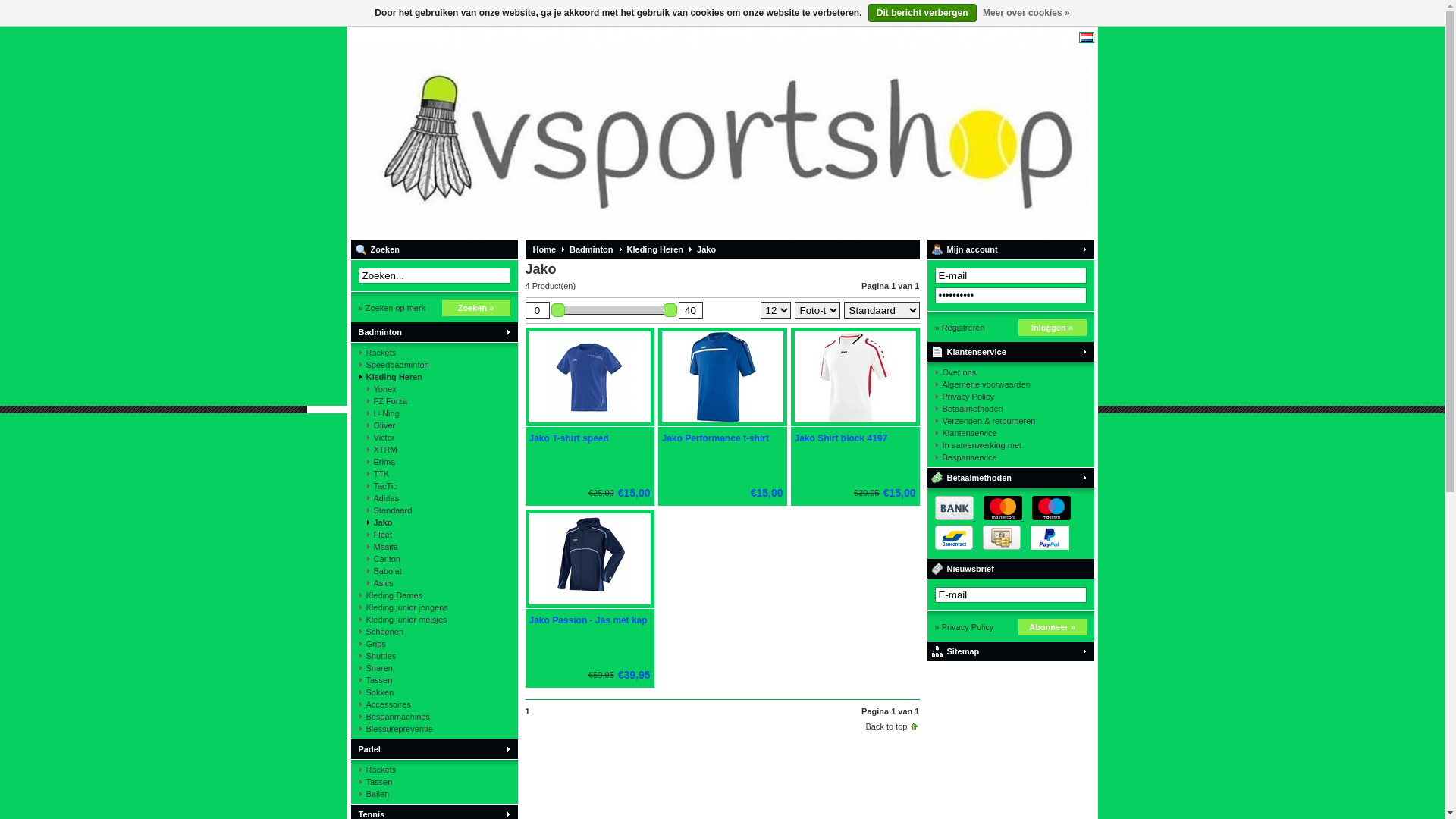  Describe the element at coordinates (550, 131) in the screenshot. I see `'Avsportshop'` at that location.